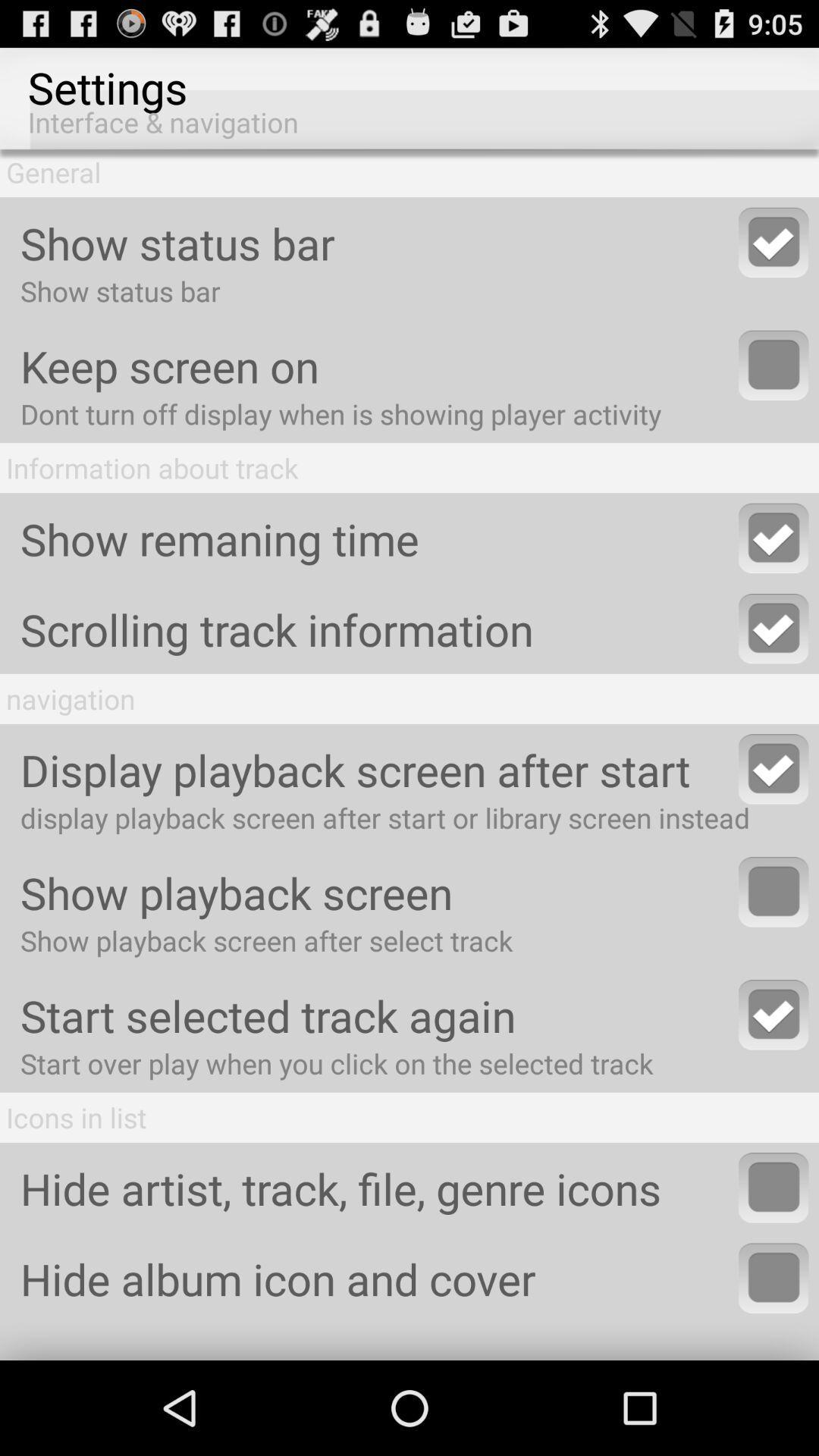  I want to click on hide alibum, so click(773, 1277).